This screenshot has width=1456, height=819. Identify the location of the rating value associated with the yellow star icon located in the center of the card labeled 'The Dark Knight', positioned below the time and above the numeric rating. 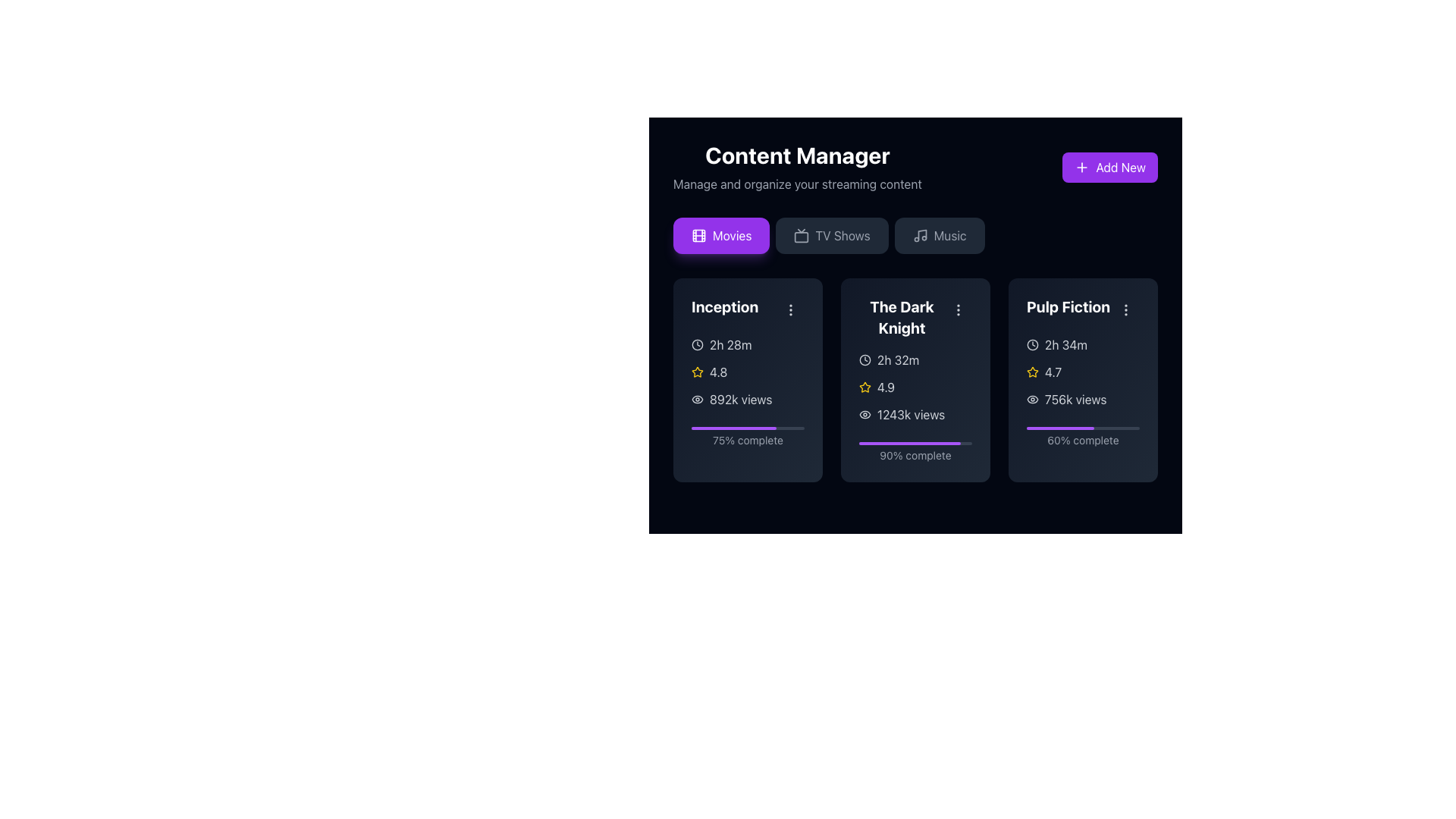
(864, 385).